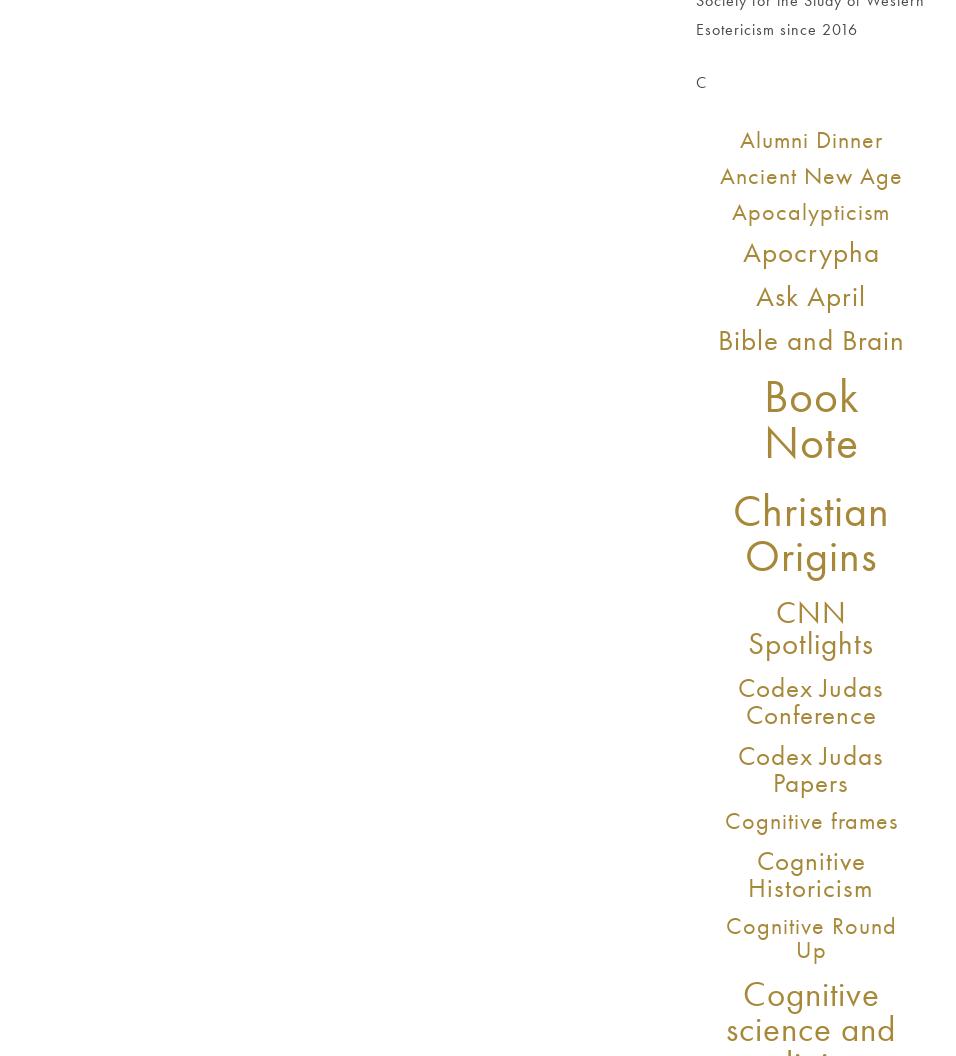  What do you see at coordinates (809, 936) in the screenshot?
I see `'Cognitive Round Up'` at bounding box center [809, 936].